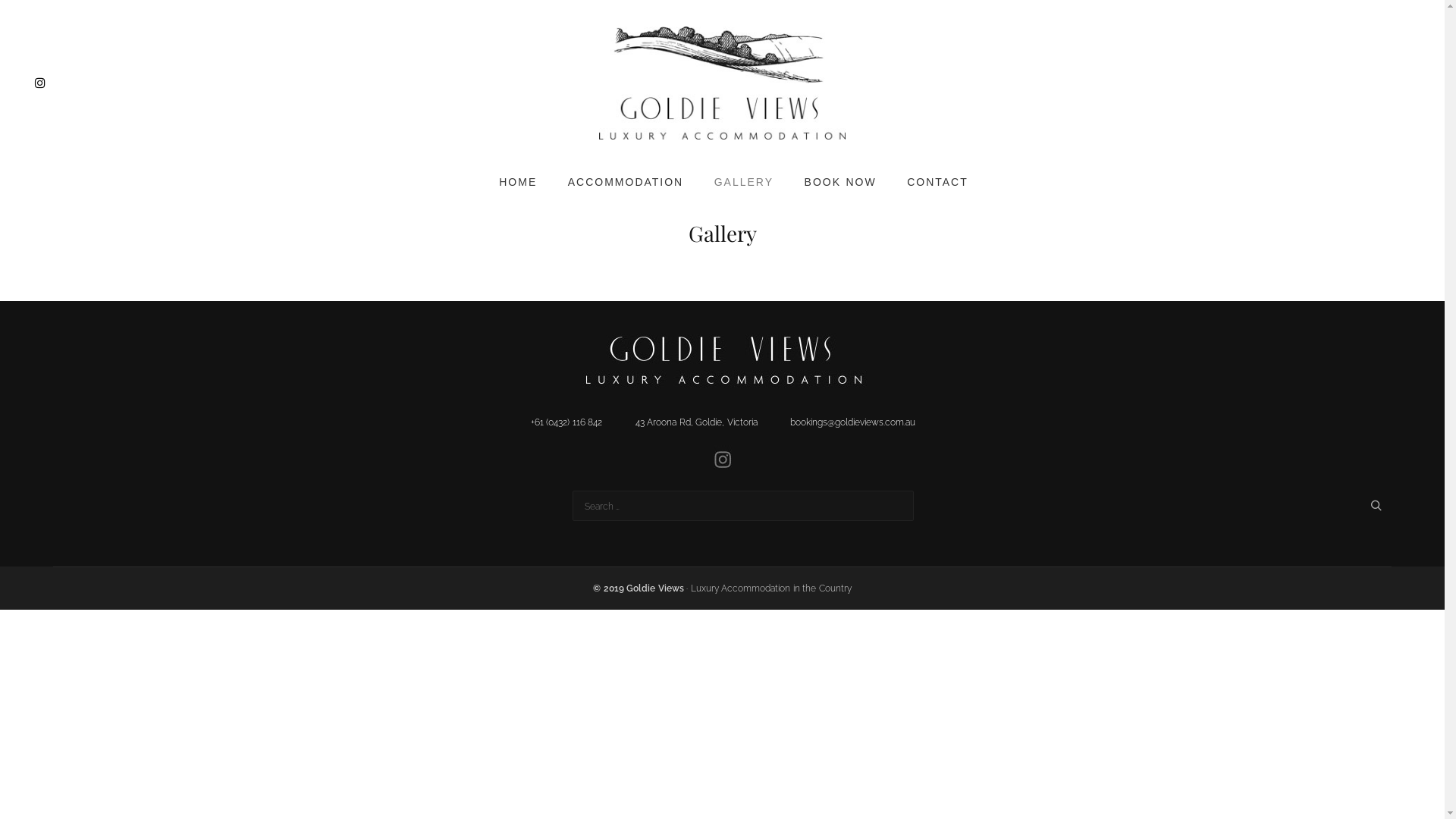  What do you see at coordinates (1368, 506) in the screenshot?
I see `'Search'` at bounding box center [1368, 506].